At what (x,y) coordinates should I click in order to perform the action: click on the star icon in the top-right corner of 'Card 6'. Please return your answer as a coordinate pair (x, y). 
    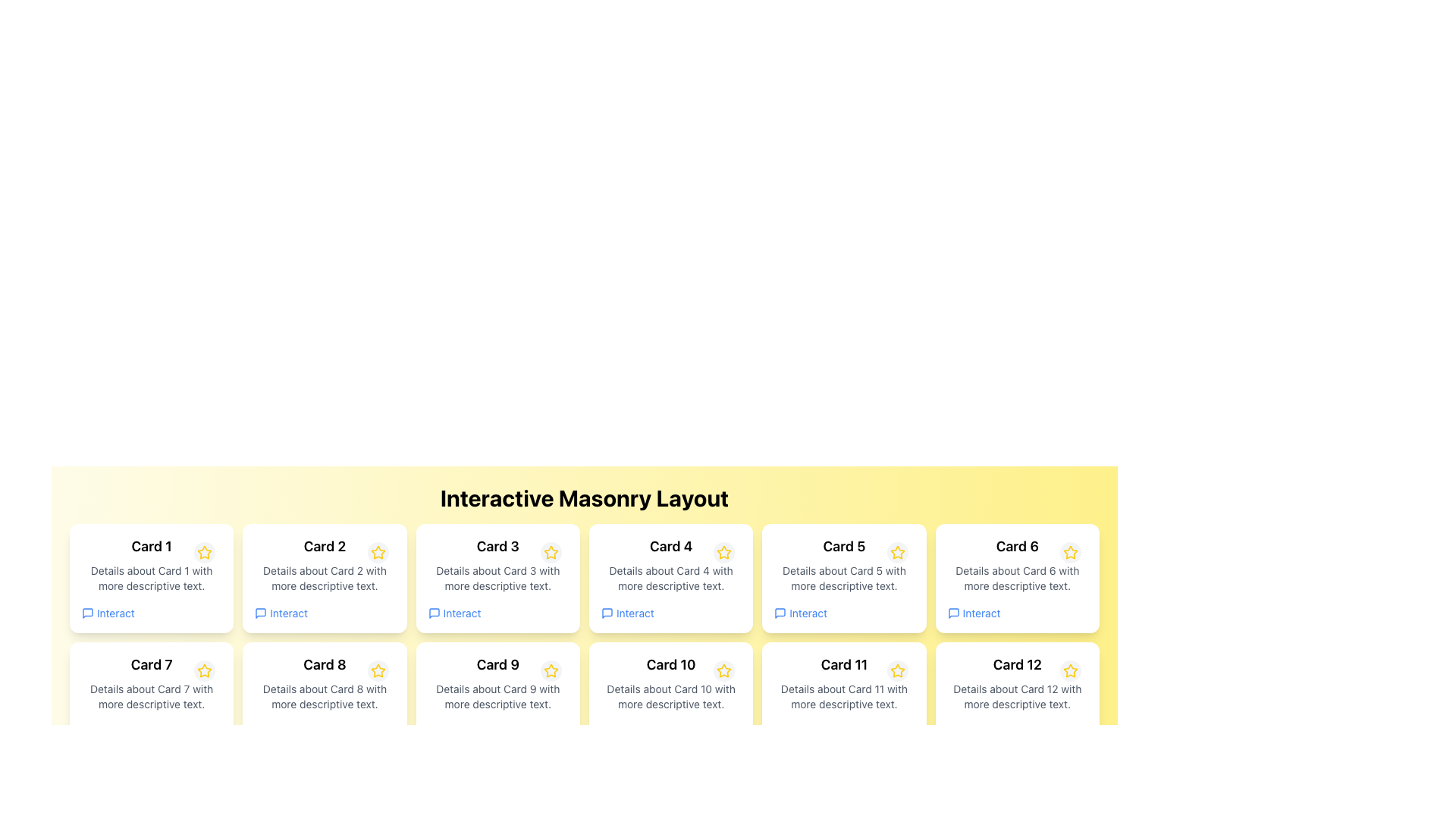
    Looking at the image, I should click on (1069, 553).